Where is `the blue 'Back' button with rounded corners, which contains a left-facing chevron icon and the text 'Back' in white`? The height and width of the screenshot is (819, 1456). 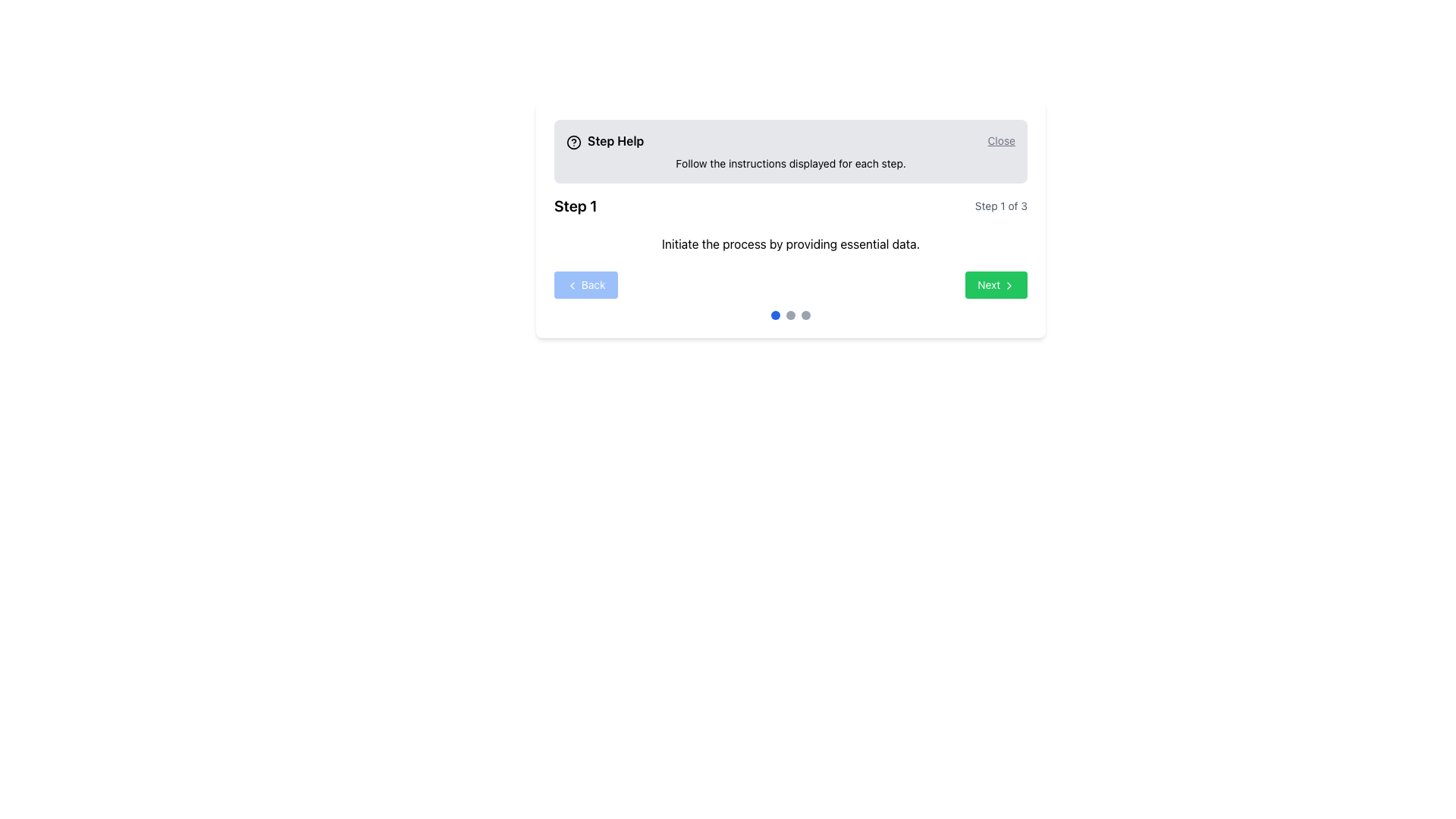 the blue 'Back' button with rounded corners, which contains a left-facing chevron icon and the text 'Back' in white is located at coordinates (585, 284).